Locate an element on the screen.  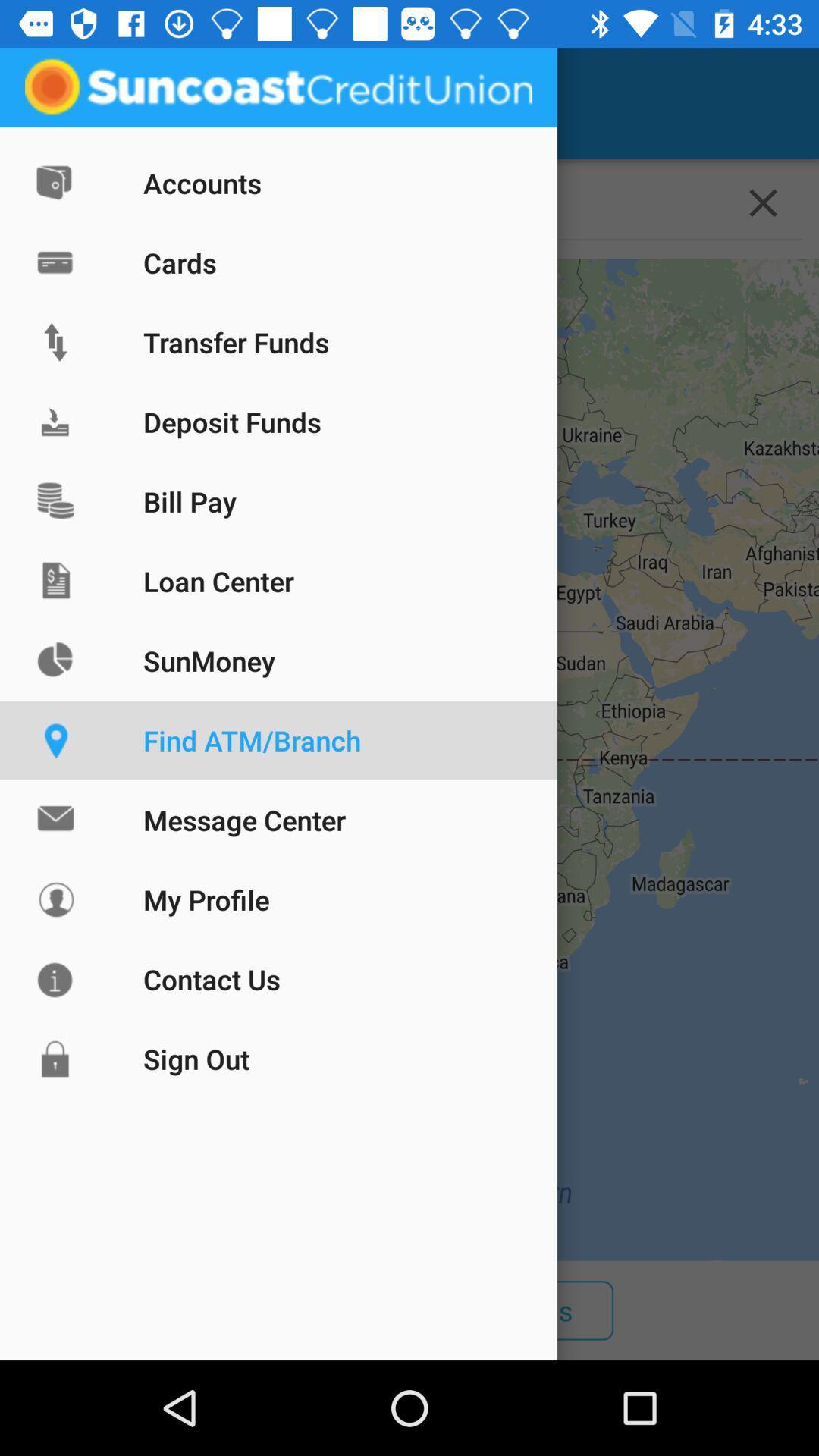
the app next to locations item is located at coordinates (55, 102).